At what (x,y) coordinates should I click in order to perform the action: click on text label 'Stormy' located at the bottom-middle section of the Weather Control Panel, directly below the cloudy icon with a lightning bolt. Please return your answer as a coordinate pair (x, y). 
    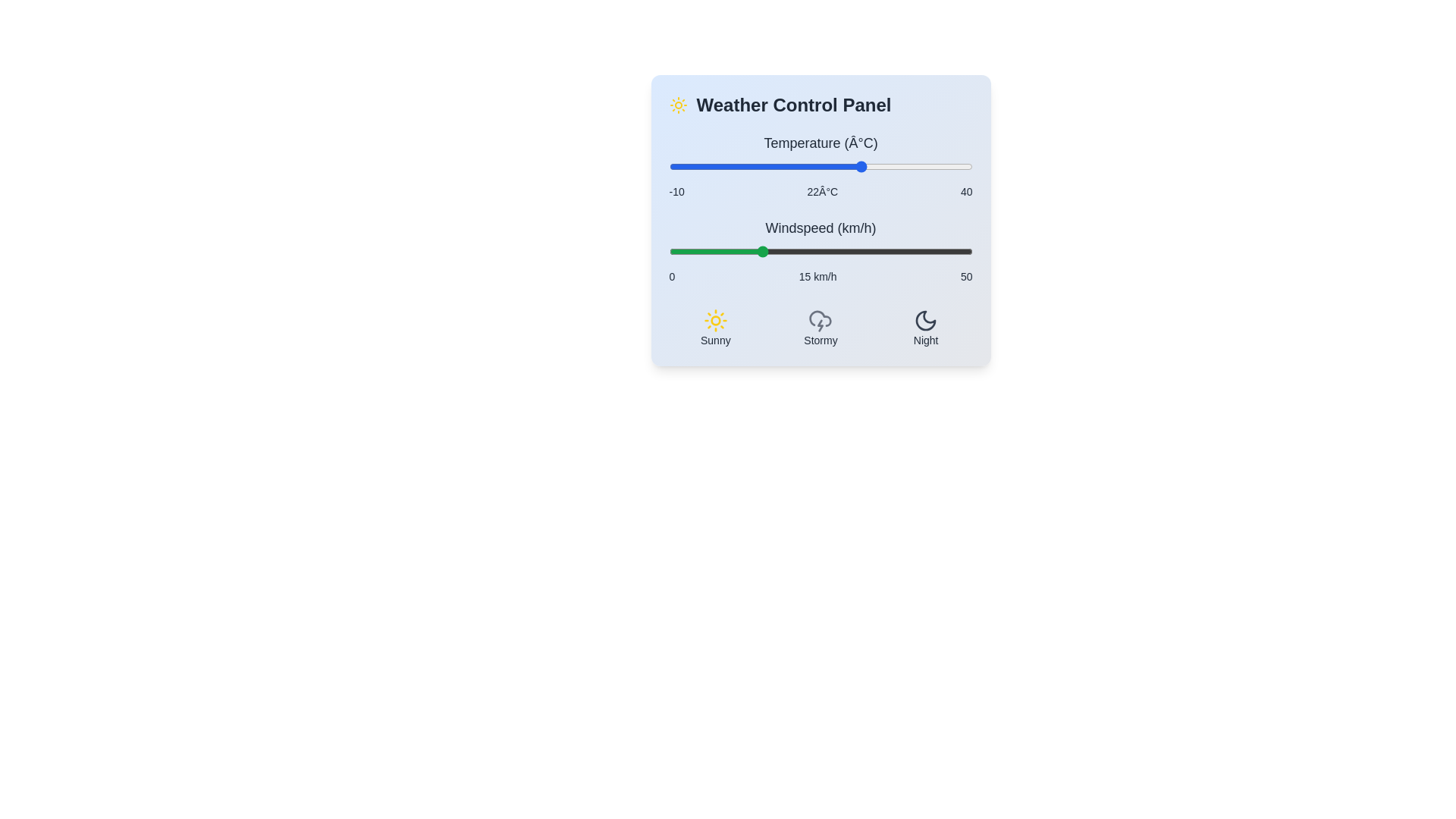
    Looking at the image, I should click on (820, 339).